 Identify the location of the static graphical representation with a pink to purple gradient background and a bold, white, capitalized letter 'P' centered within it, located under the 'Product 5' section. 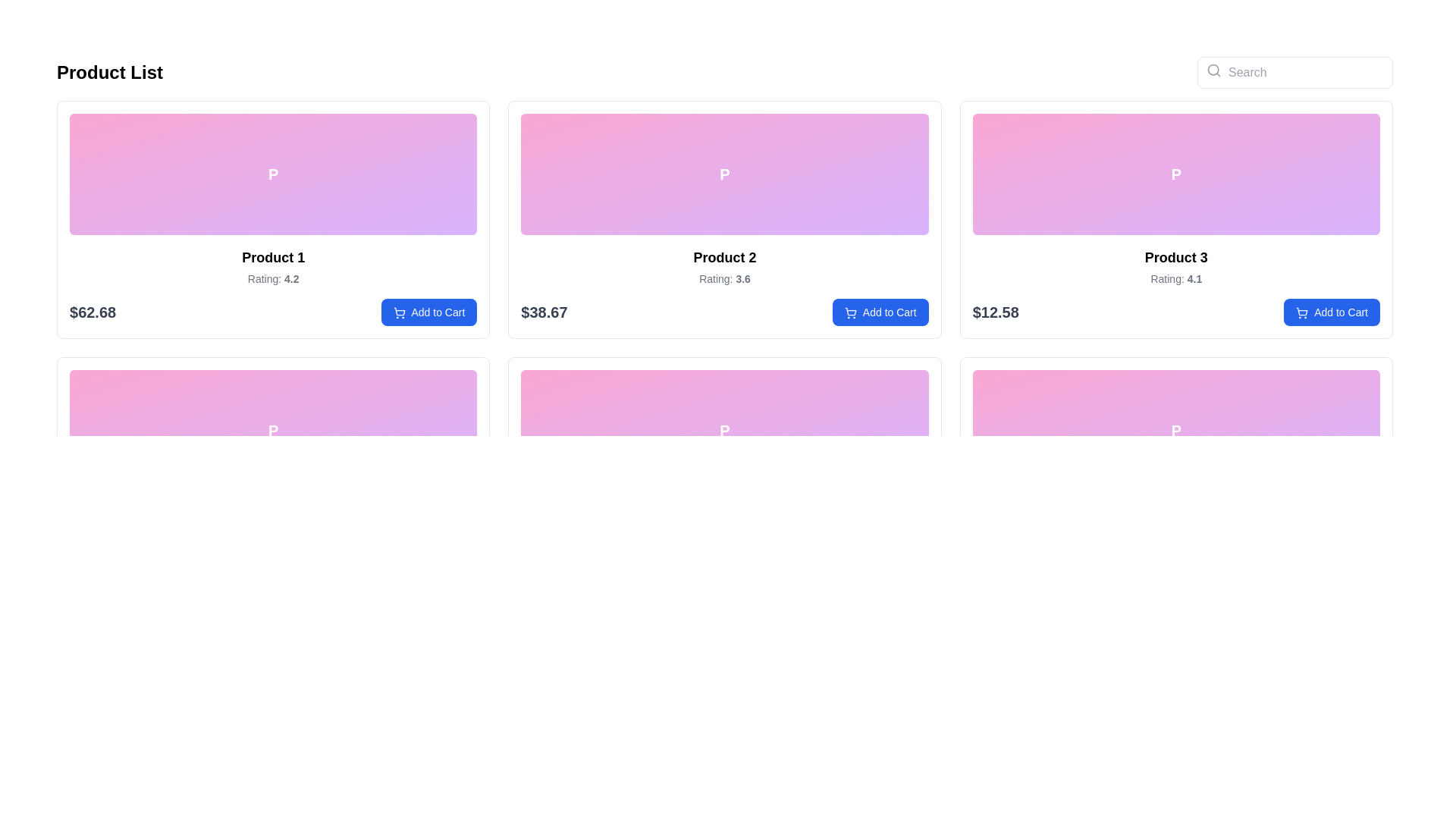
(723, 430).